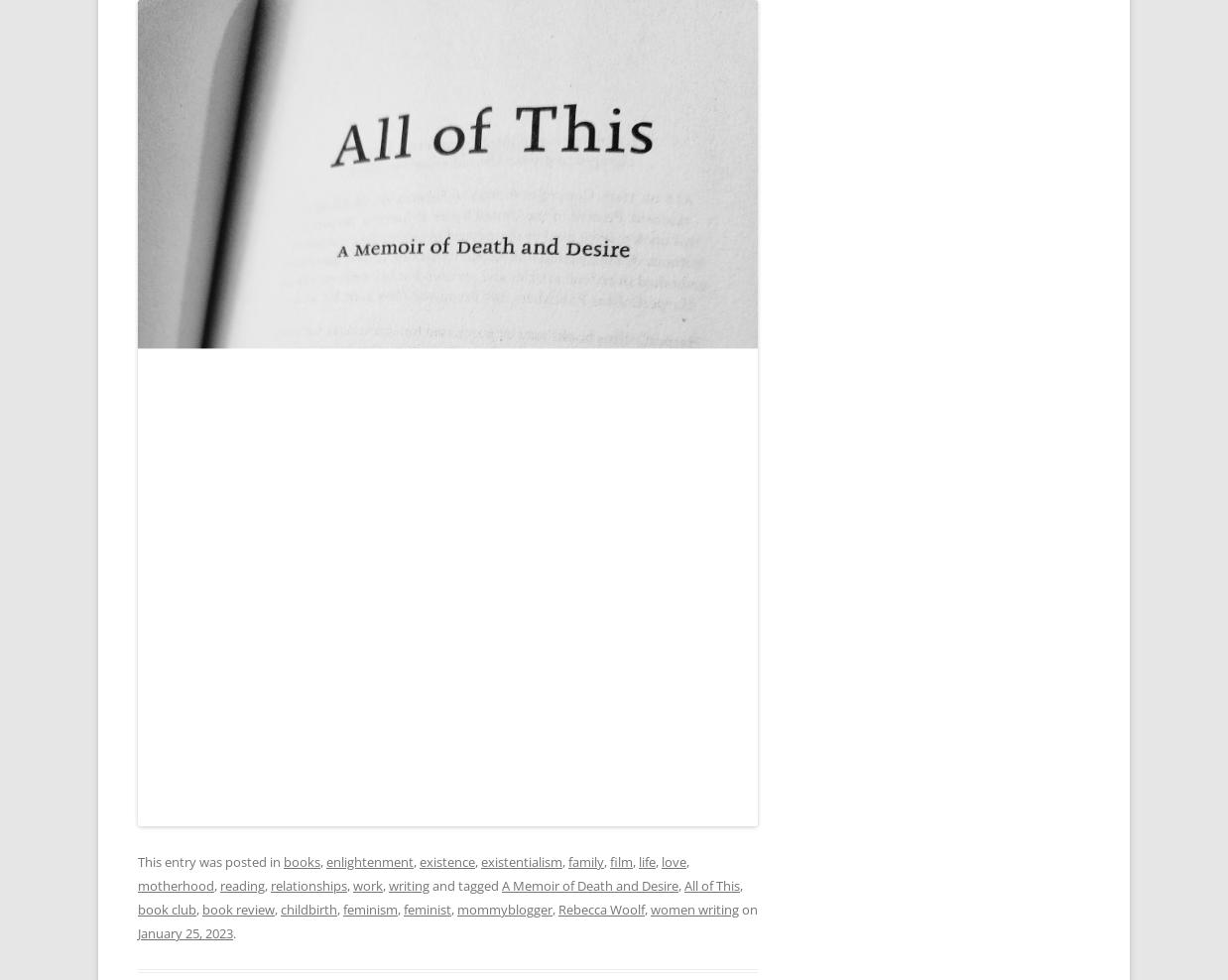 This screenshot has width=1228, height=980. I want to click on 'book club', so click(167, 908).